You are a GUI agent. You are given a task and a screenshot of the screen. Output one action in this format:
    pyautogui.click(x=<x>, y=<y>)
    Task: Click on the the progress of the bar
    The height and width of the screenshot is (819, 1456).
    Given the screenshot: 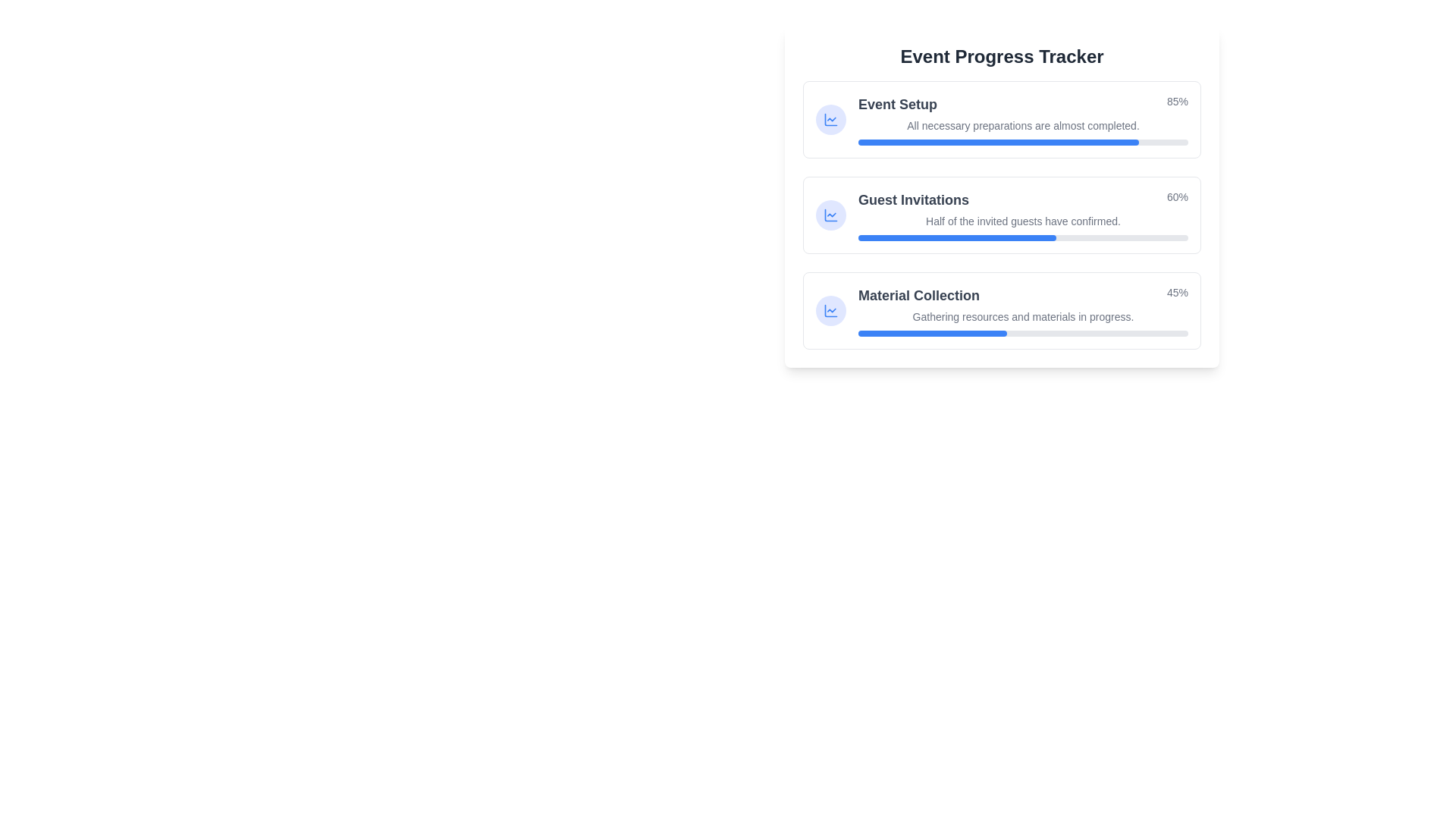 What is the action you would take?
    pyautogui.click(x=1154, y=143)
    